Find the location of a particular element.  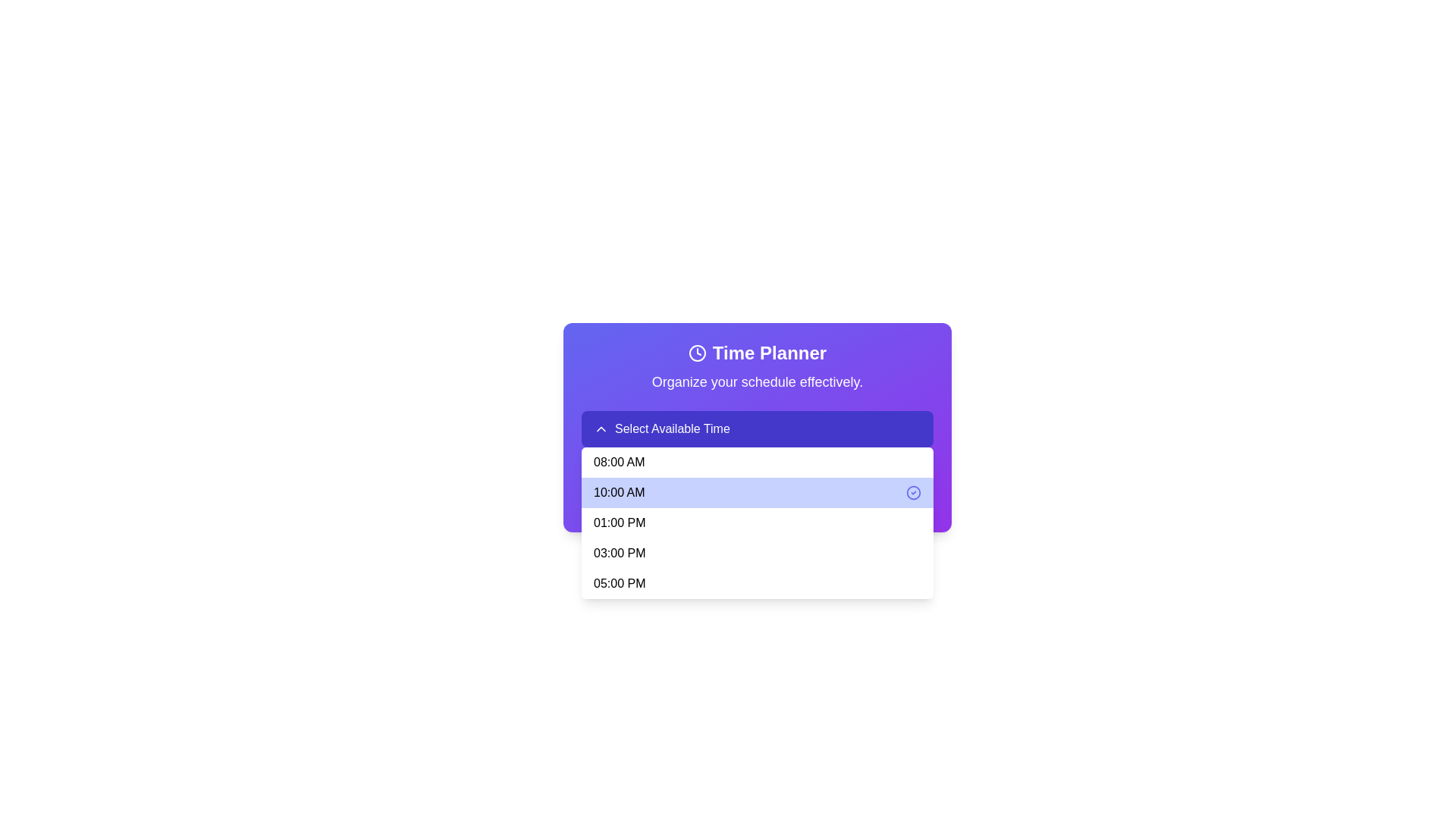

the selectable item displaying '08:00 AM' in the dropdown list under 'Select Available Time' is located at coordinates (619, 461).